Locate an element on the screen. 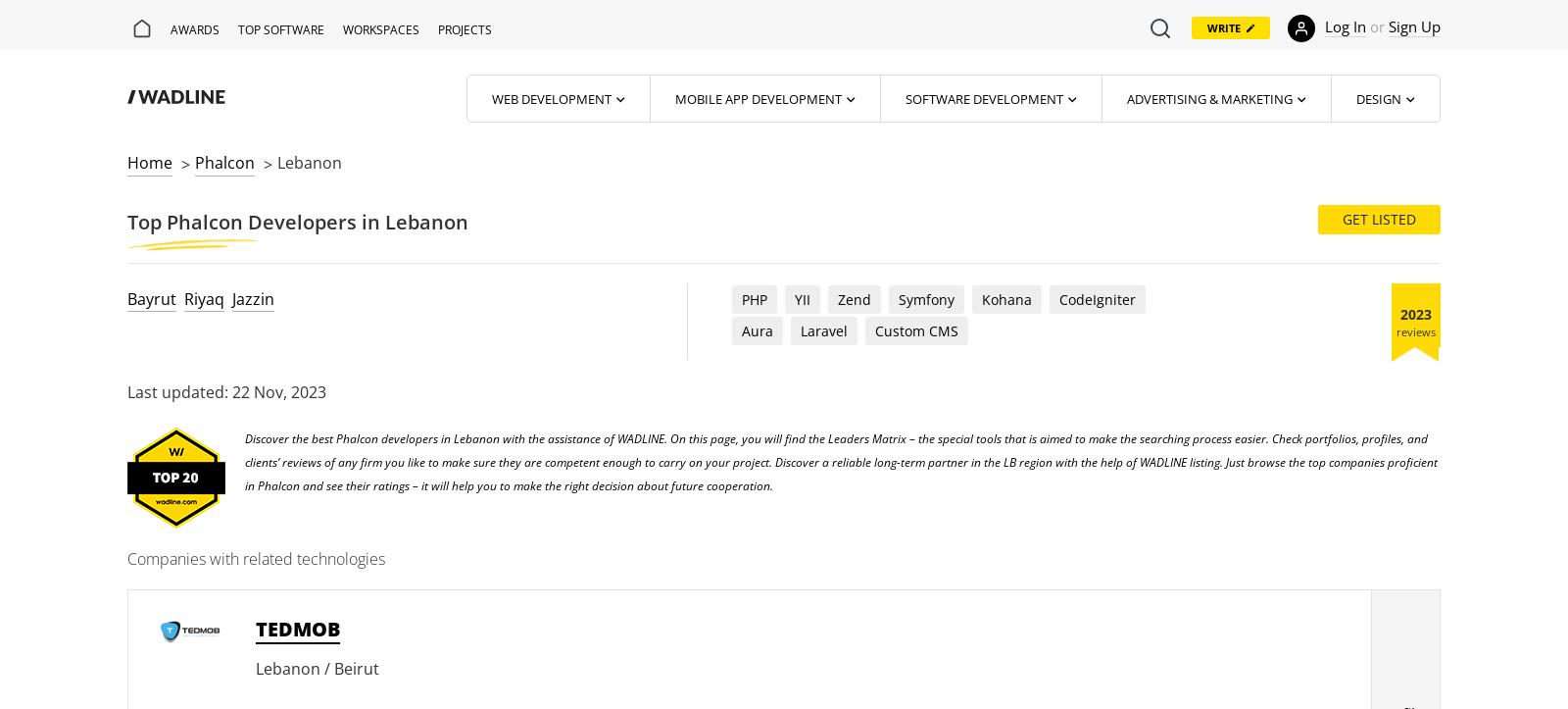 This screenshot has height=709, width=1568. 'CodeIgniter' is located at coordinates (1098, 298).